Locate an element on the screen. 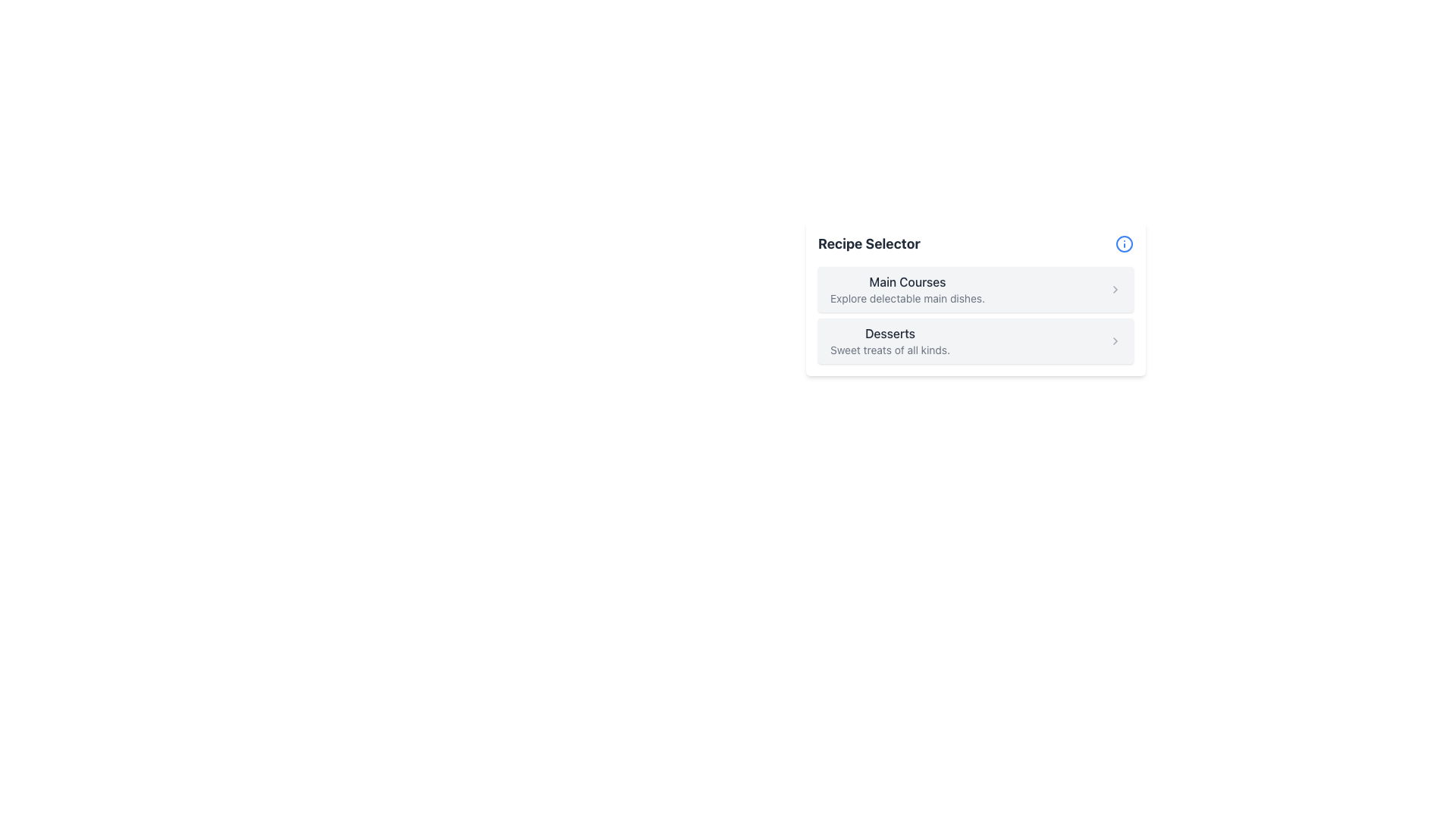 This screenshot has height=819, width=1456. the Text label that serves as a title for the desserts section in the Recipe Selector, which is located above a smaller text explaining 'Sweet treats of all kinds.' is located at coordinates (890, 332).